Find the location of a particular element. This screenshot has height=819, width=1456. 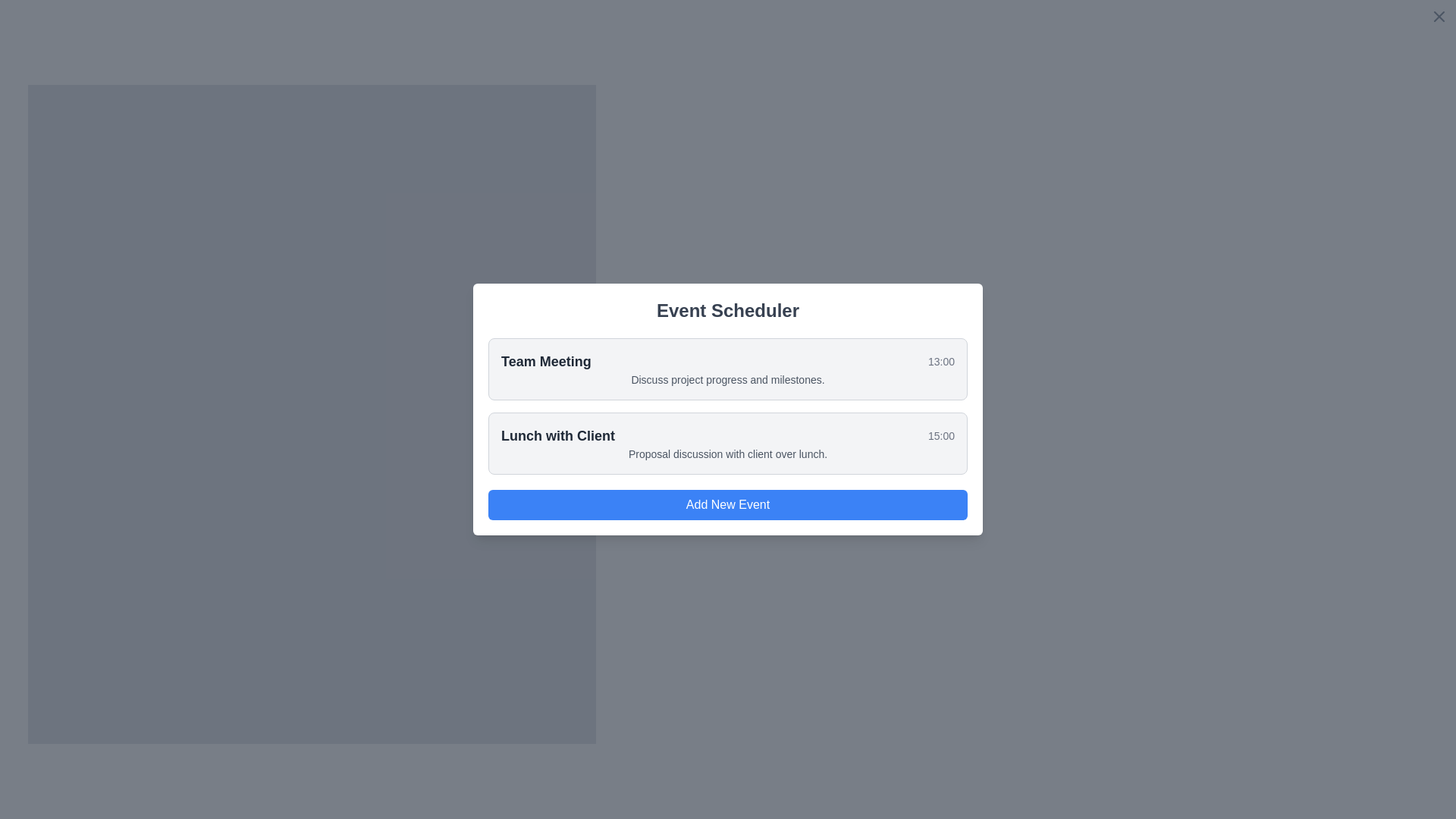

properties of the SVG component that represents one part of the 'X' icon located at the top-right corner of the interface is located at coordinates (1438, 17).